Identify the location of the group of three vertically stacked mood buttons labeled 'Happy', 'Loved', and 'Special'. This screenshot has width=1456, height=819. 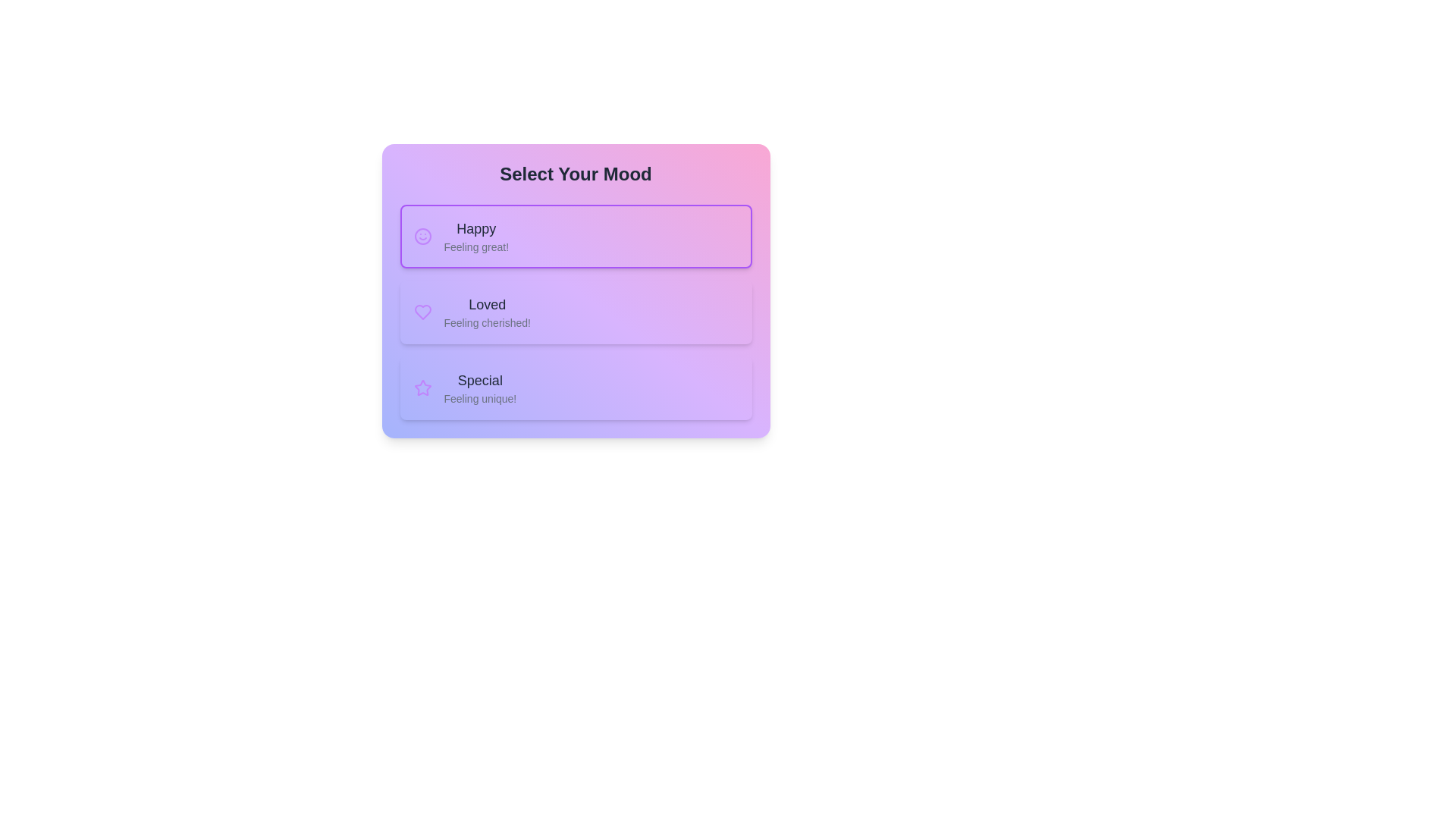
(575, 312).